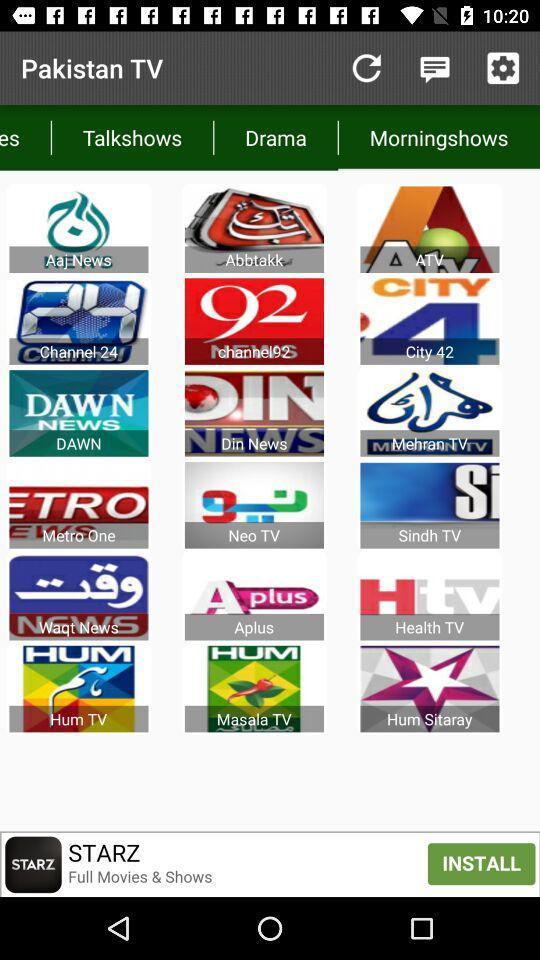  What do you see at coordinates (429, 504) in the screenshot?
I see `the third image in the fourth row` at bounding box center [429, 504].